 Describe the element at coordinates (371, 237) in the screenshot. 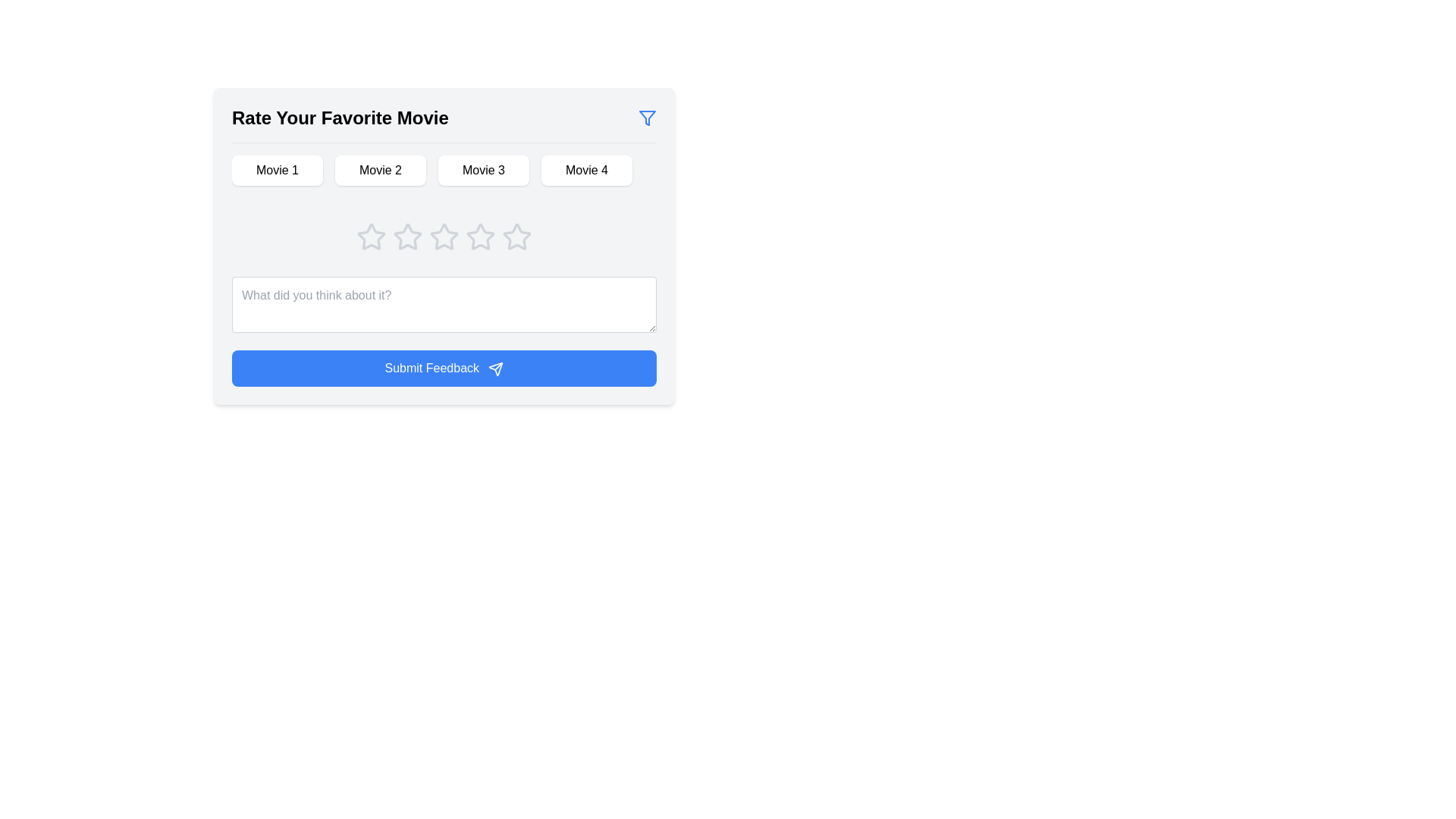

I see `the first star icon in the movie rating section` at that location.